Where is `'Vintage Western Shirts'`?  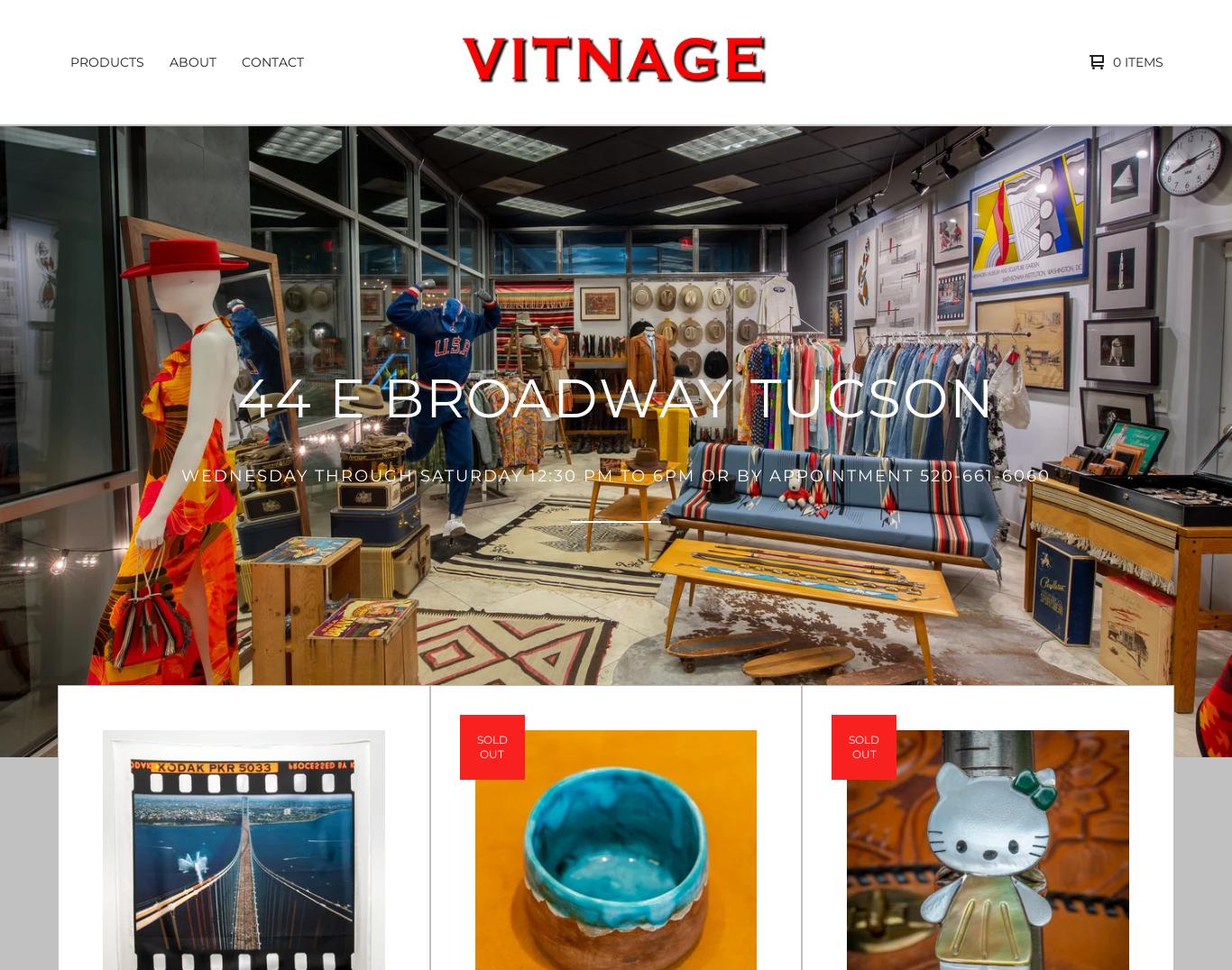
'Vintage Western Shirts' is located at coordinates (73, 245).